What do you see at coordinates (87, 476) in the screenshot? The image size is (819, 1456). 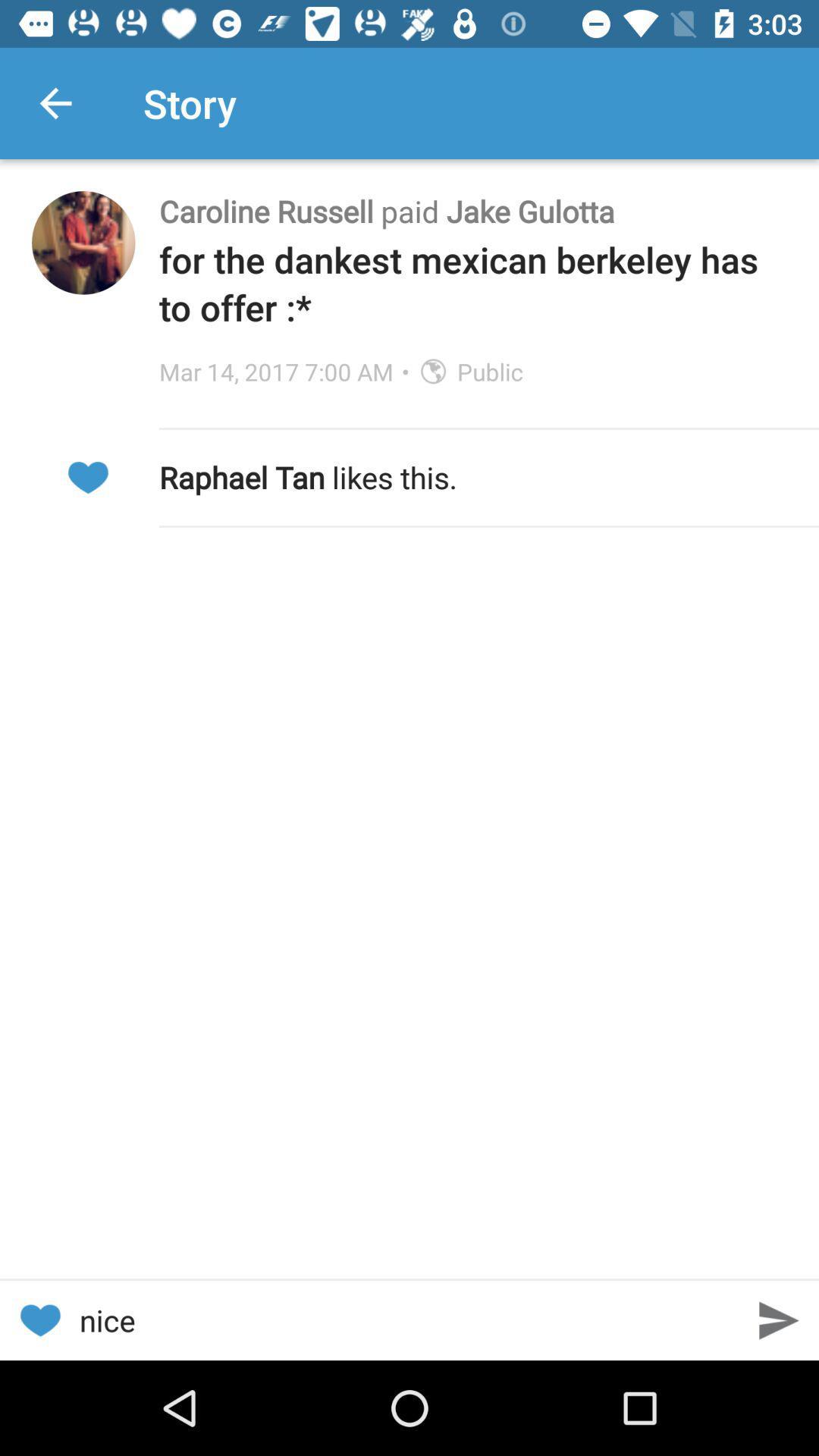 I see `heart the transaction` at bounding box center [87, 476].